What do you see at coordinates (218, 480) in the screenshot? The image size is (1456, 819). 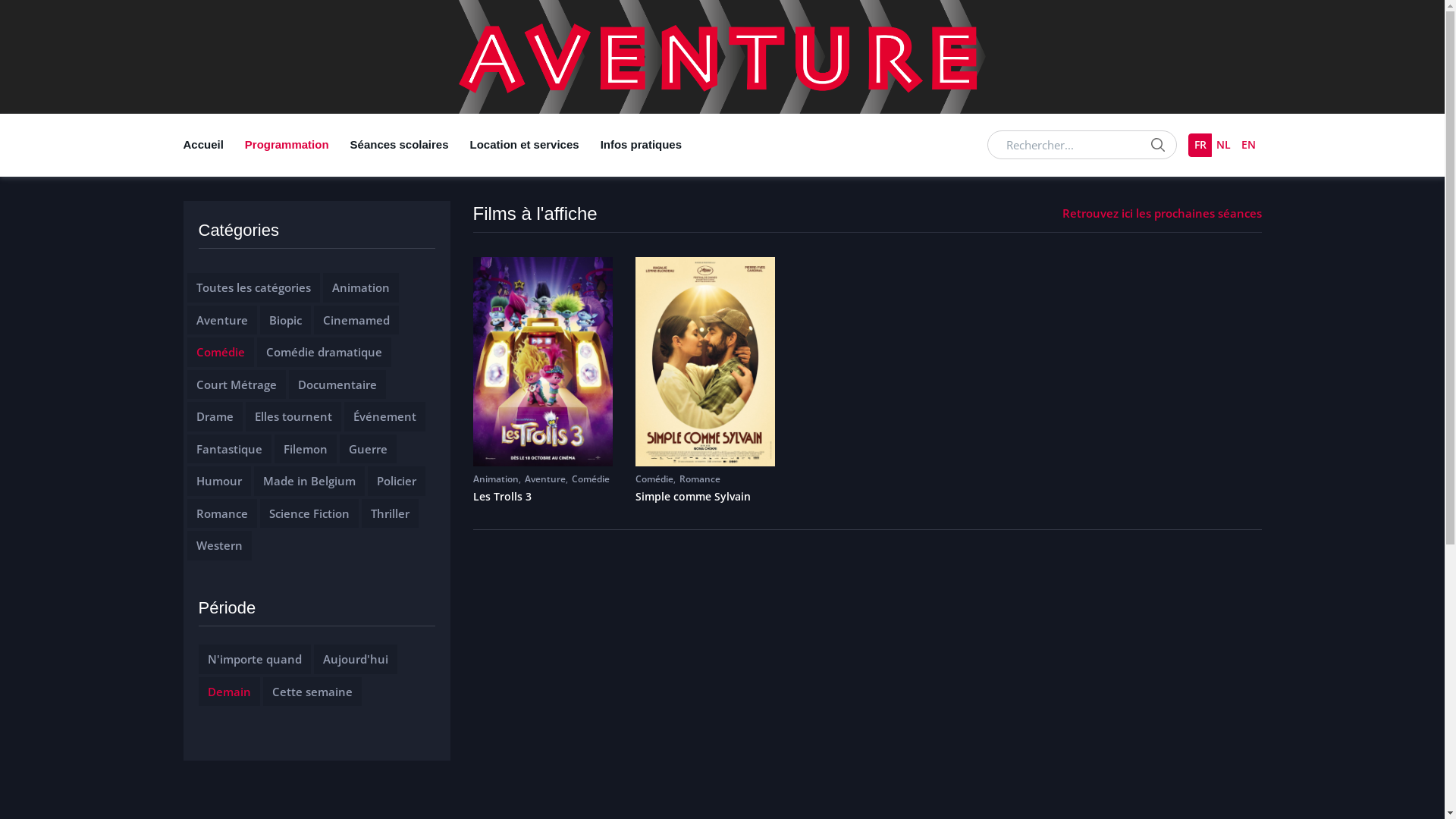 I see `'Humour'` at bounding box center [218, 480].